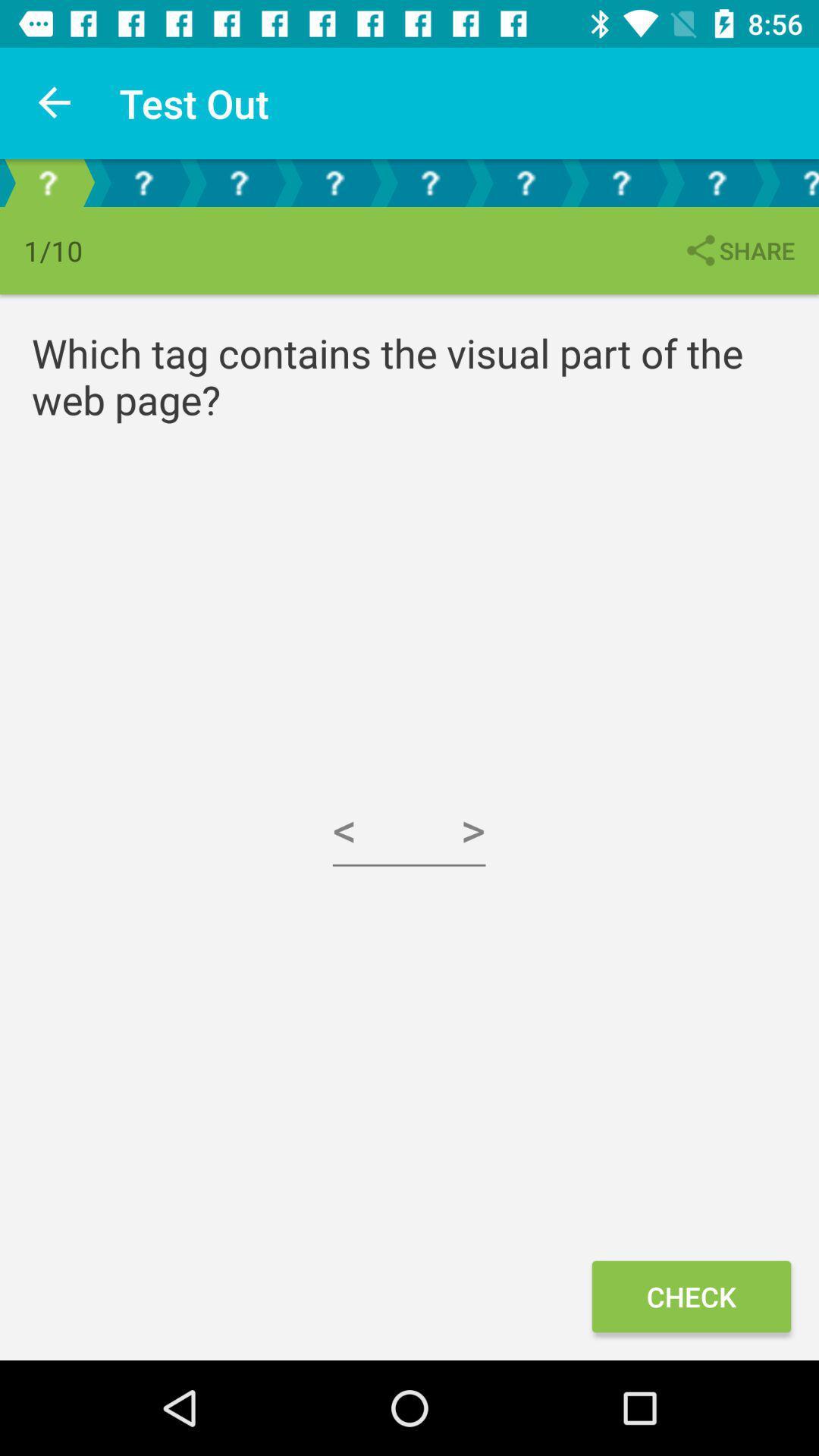 The width and height of the screenshot is (819, 1456). I want to click on icon below the which tag contains icon, so click(408, 828).